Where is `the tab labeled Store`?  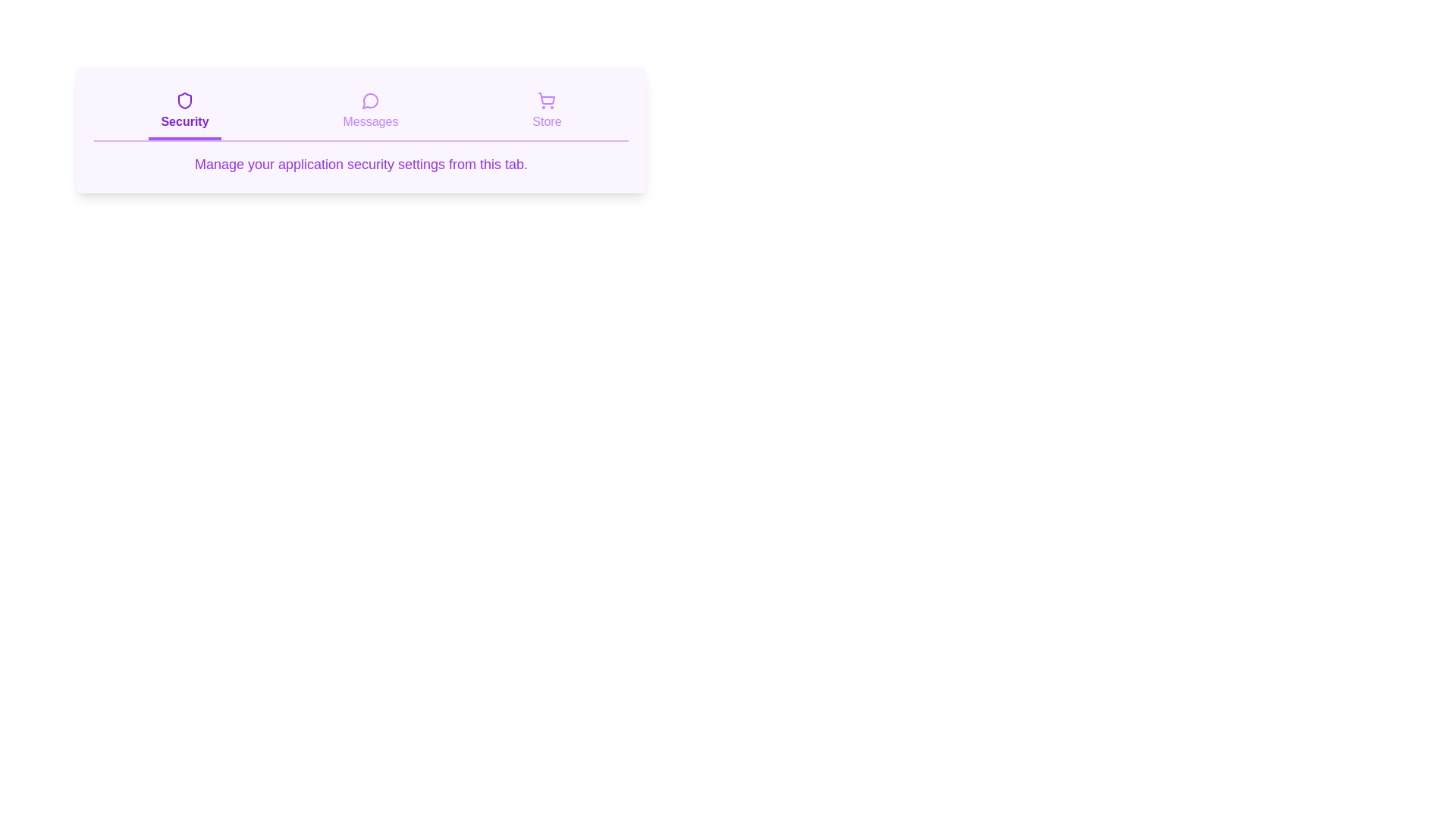 the tab labeled Store is located at coordinates (546, 112).